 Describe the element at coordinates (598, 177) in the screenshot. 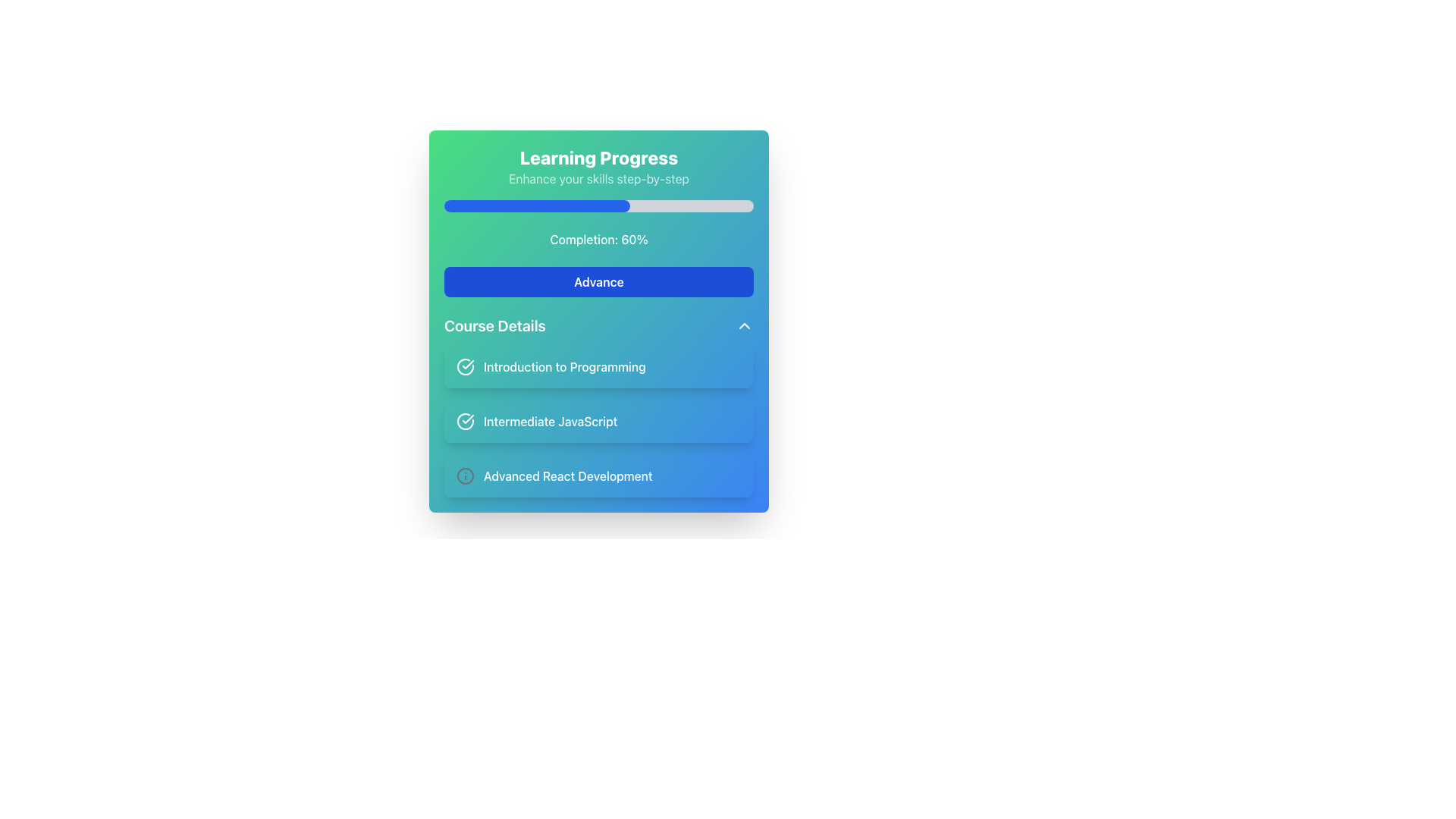

I see `the text label that contains the phrase 'Enhance your skills step-by-step', which is styled with a white color and slightly transparent appearance, located beneath the 'Learning Progress' title` at that location.